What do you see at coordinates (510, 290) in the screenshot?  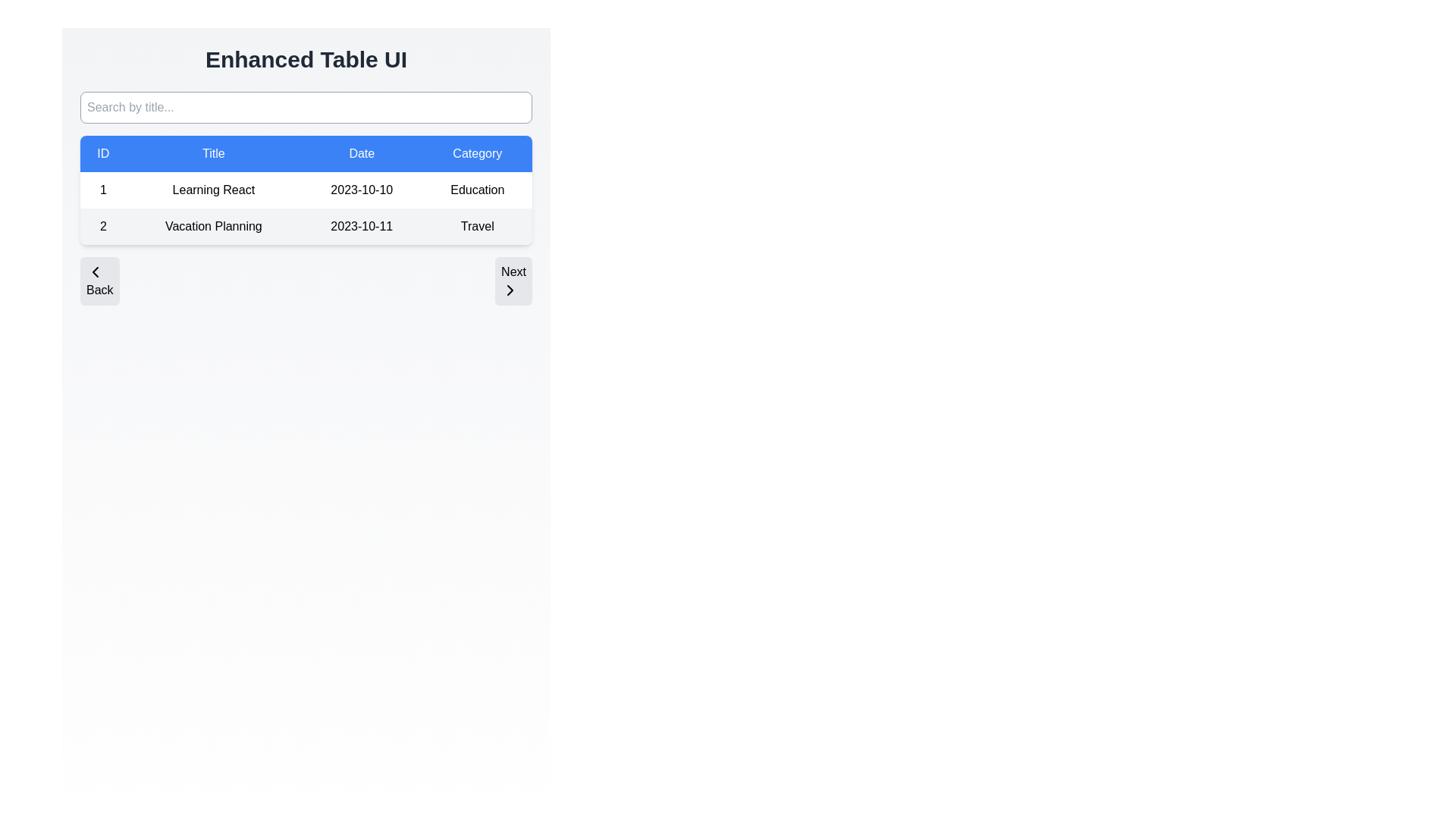 I see `the chevron icon indicating the 'Next' button, which is part of the pagination controls at the bottom-right of the interface` at bounding box center [510, 290].